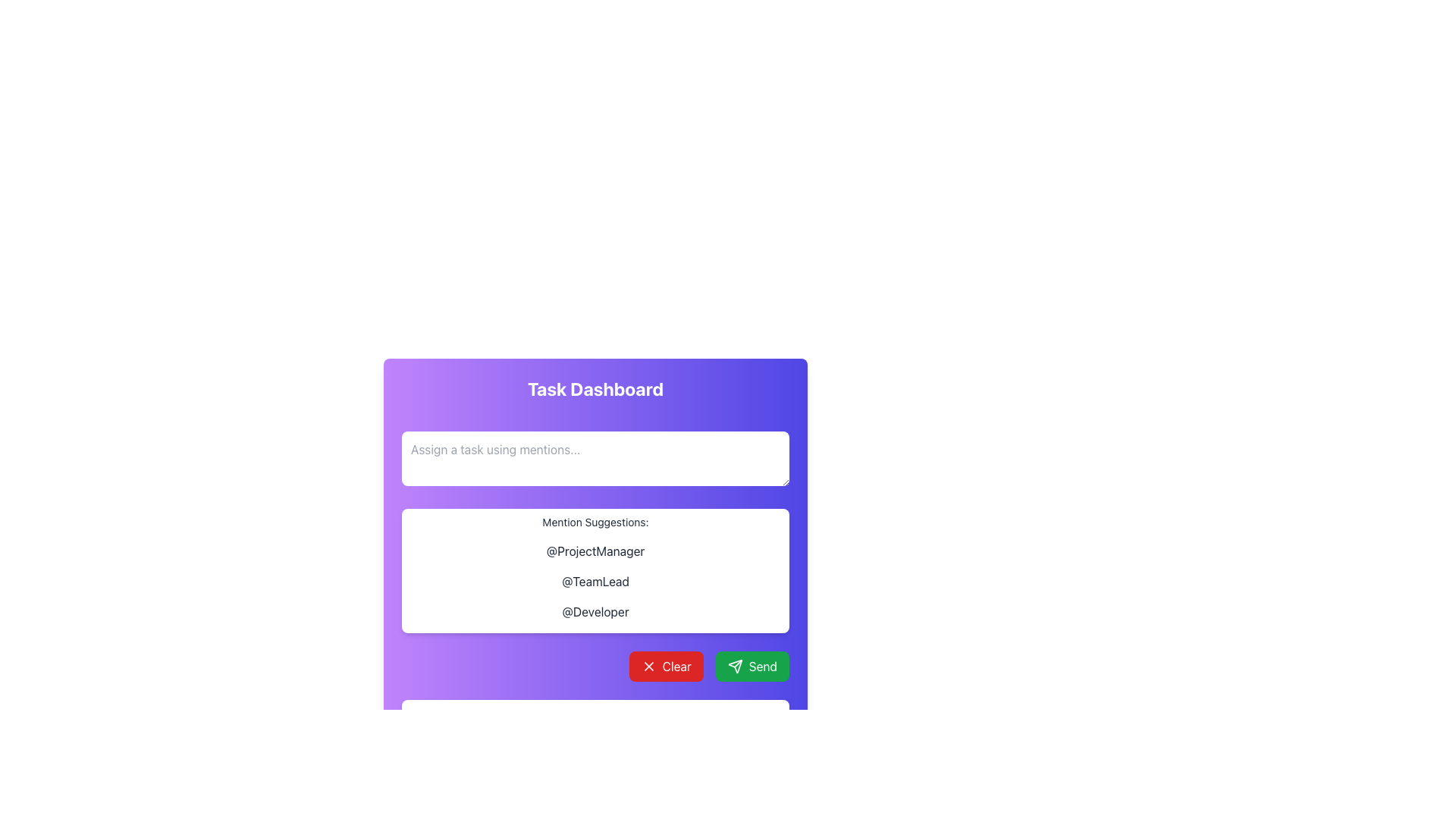 This screenshot has height=819, width=1456. I want to click on the list item option displaying '@TeamLead' in the mention suggestions dropdown, so click(595, 581).